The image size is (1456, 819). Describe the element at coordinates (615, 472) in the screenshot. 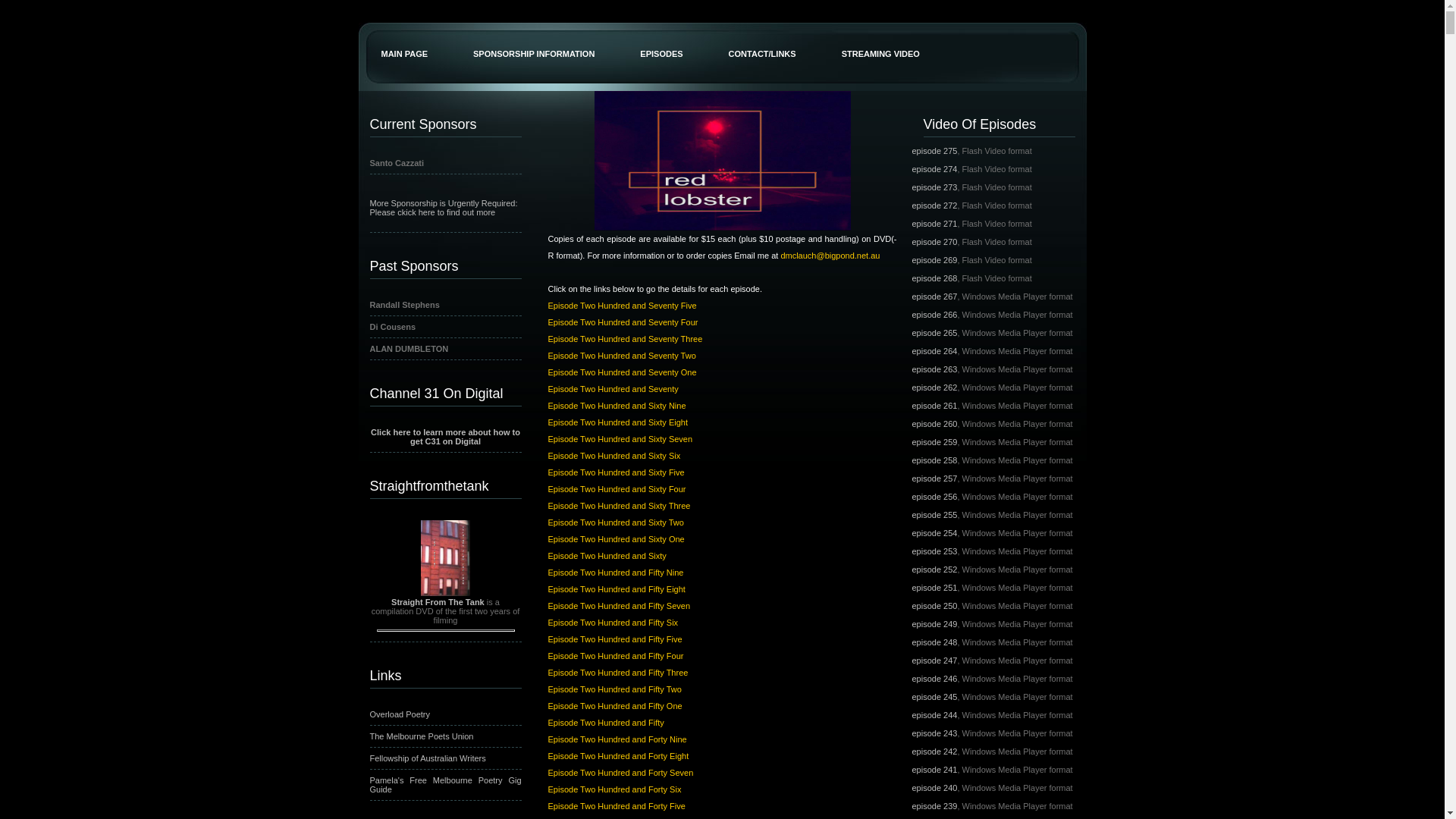

I see `'Episode Two Hundred and Sixty Five'` at that location.